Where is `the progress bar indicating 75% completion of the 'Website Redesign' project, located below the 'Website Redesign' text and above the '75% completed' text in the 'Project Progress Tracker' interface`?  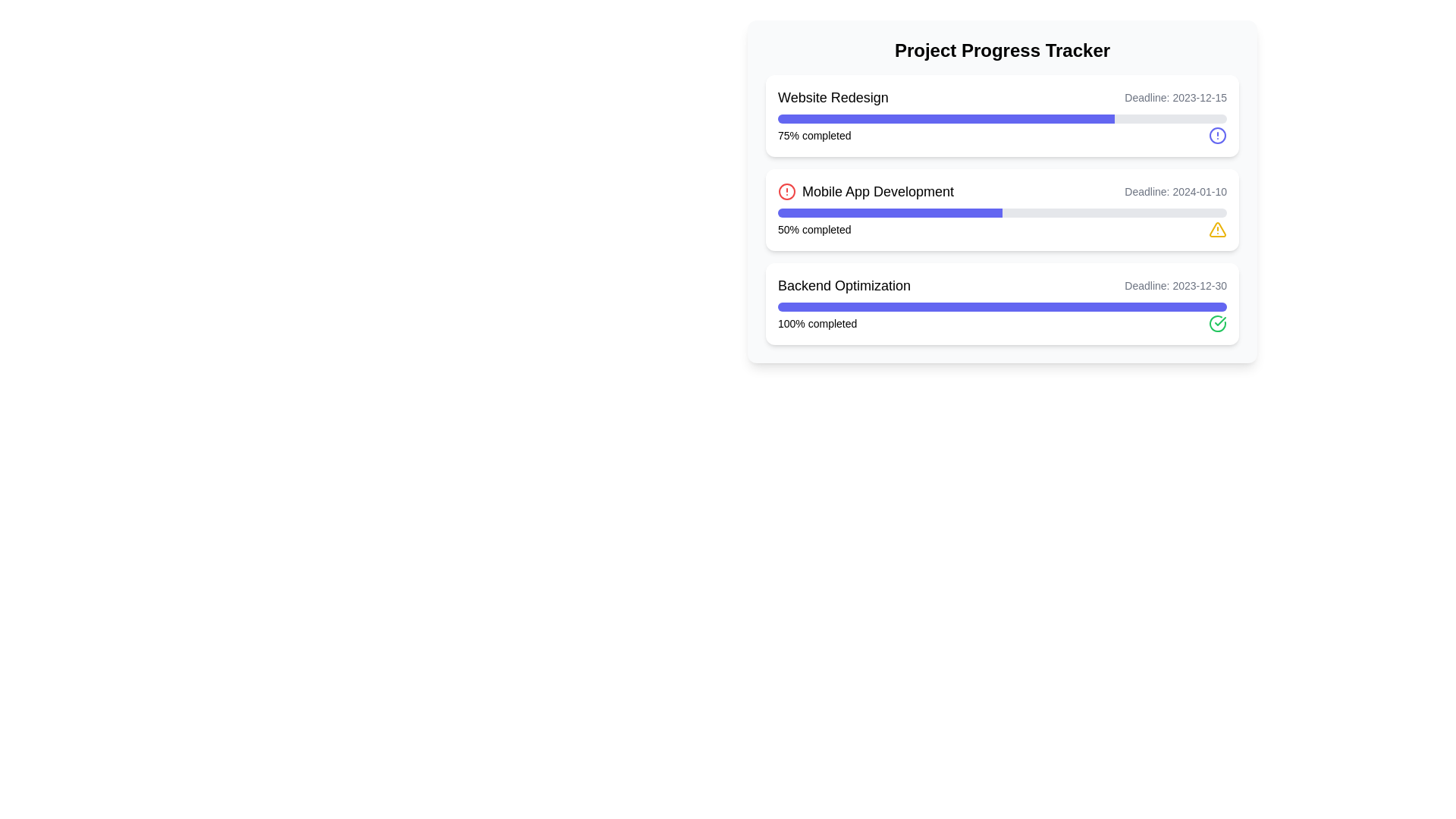 the progress bar indicating 75% completion of the 'Website Redesign' project, located below the 'Website Redesign' text and above the '75% completed' text in the 'Project Progress Tracker' interface is located at coordinates (1002, 118).